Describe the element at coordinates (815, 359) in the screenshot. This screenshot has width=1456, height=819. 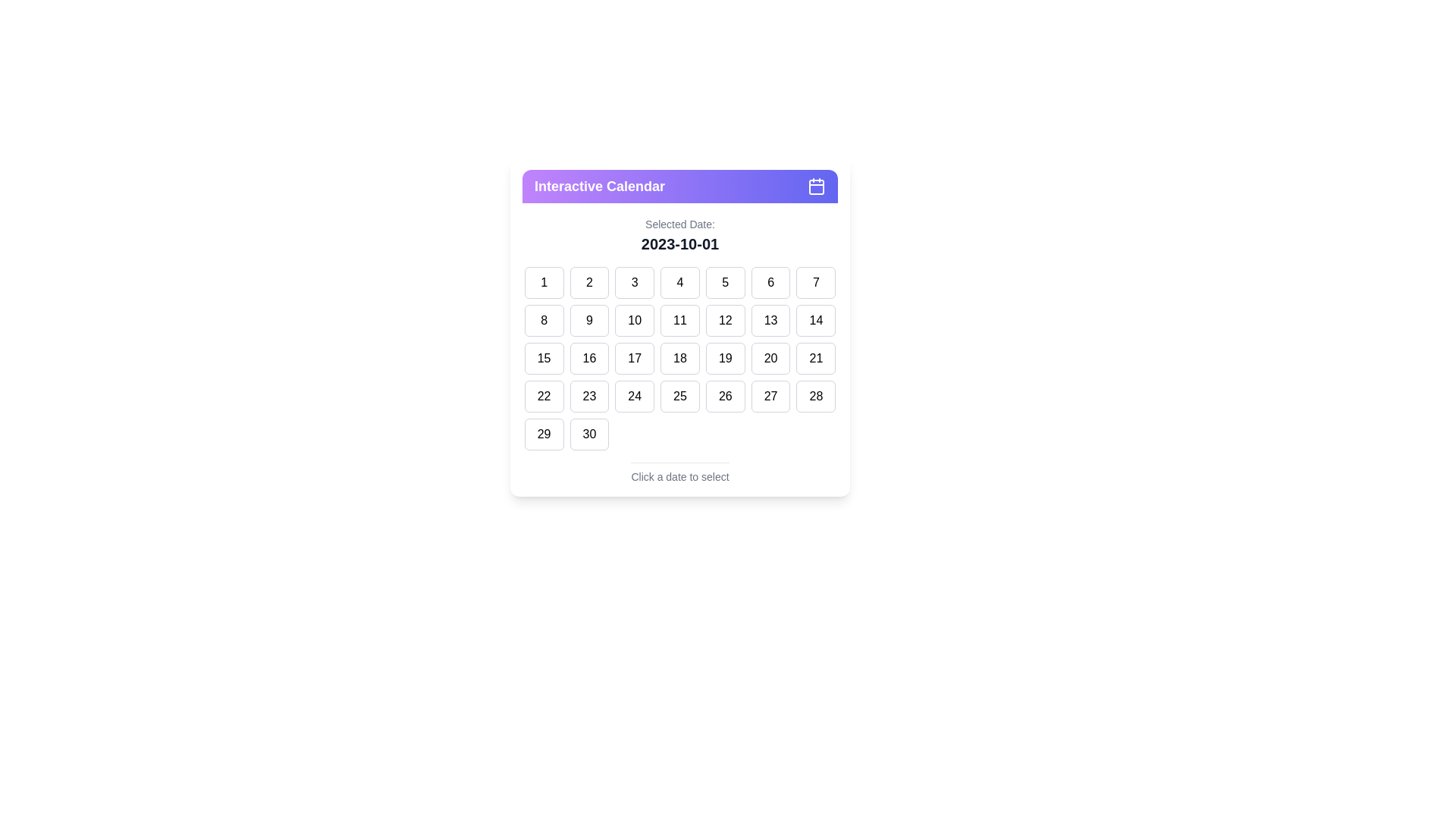
I see `the small white rectangular button with rounded corners and bold text '21'` at that location.